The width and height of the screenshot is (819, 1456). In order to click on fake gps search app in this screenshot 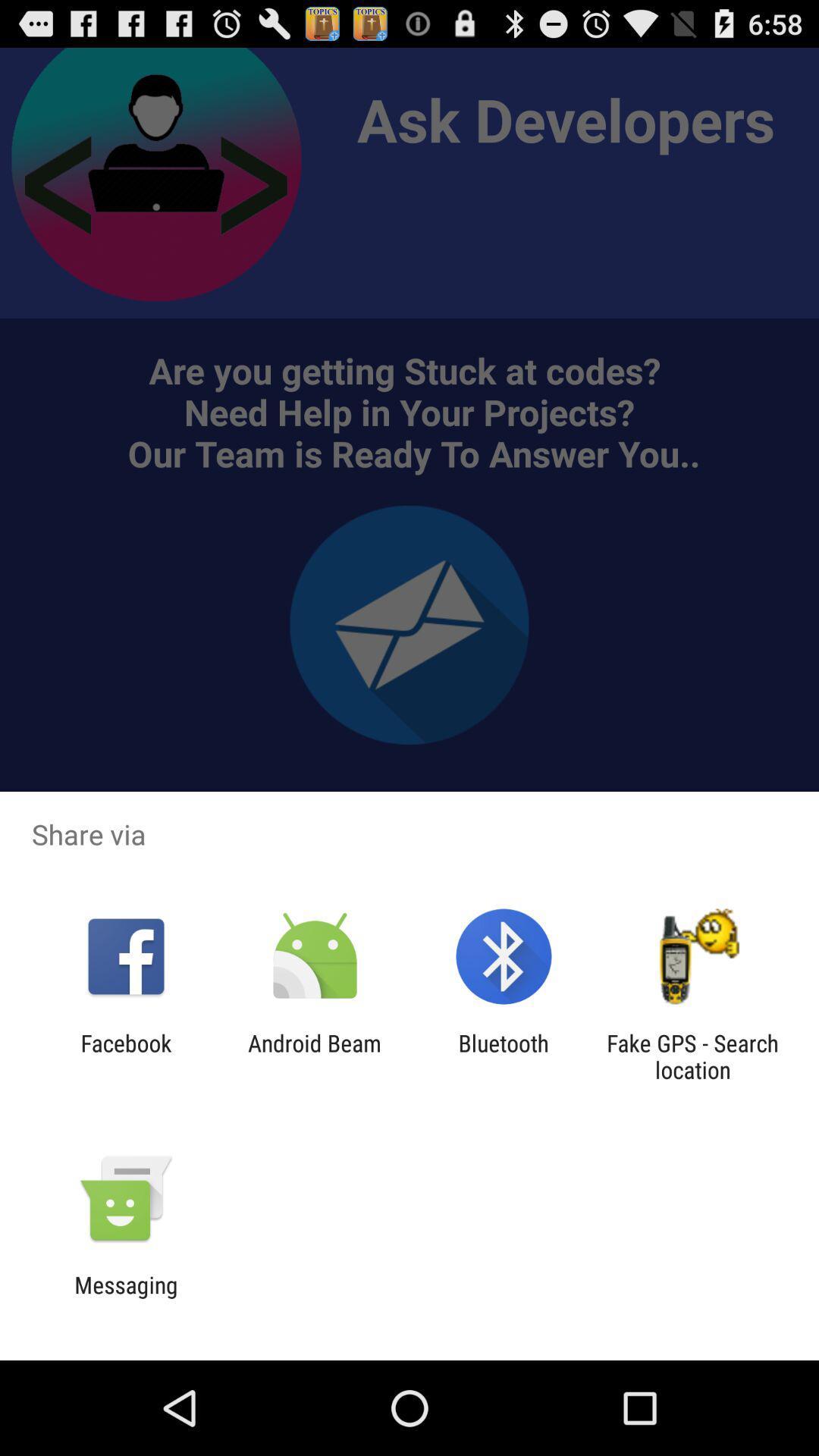, I will do `click(692, 1056)`.